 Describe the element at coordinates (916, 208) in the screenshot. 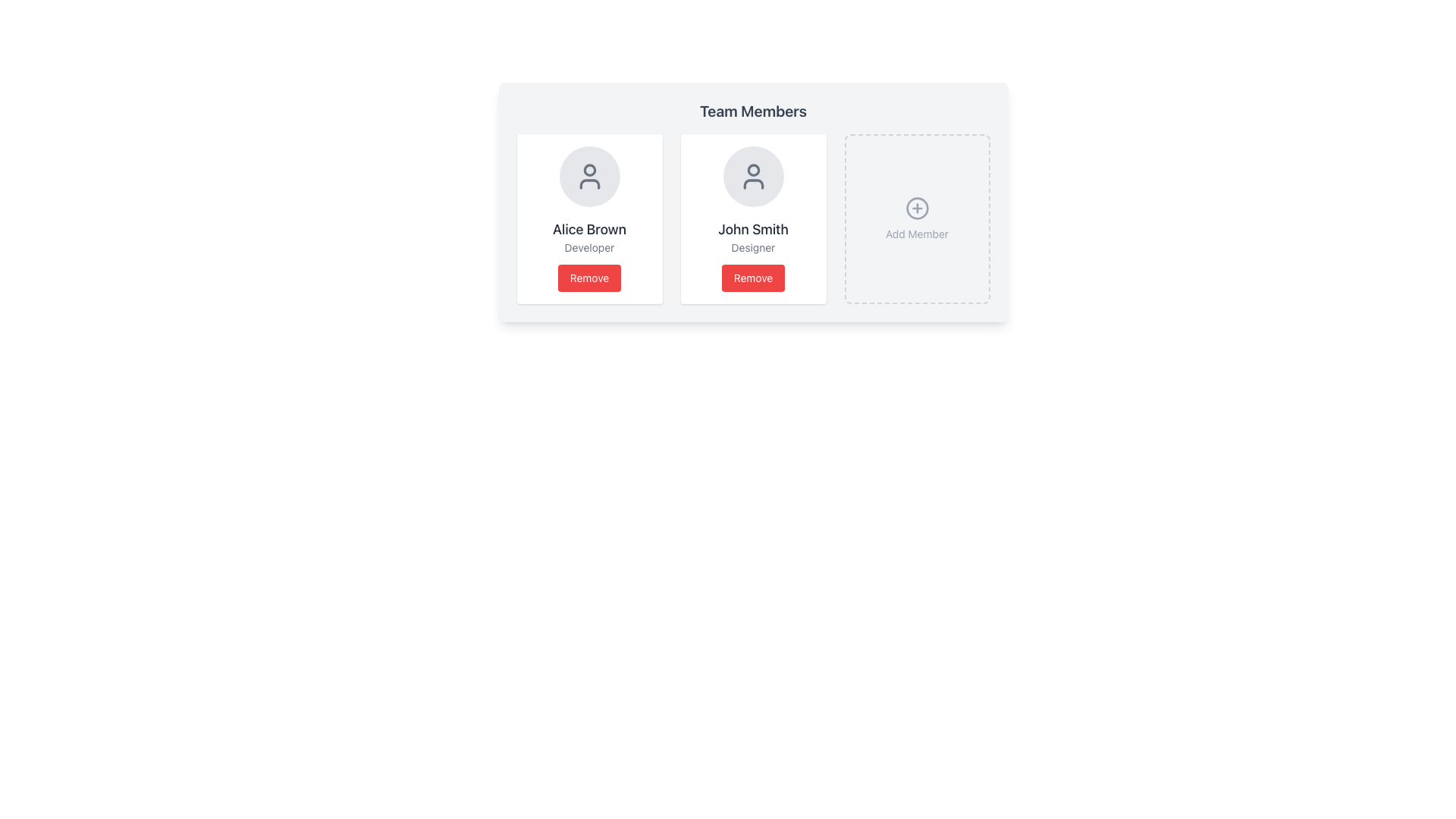

I see `the circular icon with a plus sign (+) inside the 'Add Member' dashed-border box for tooltip or visual feedback` at that location.